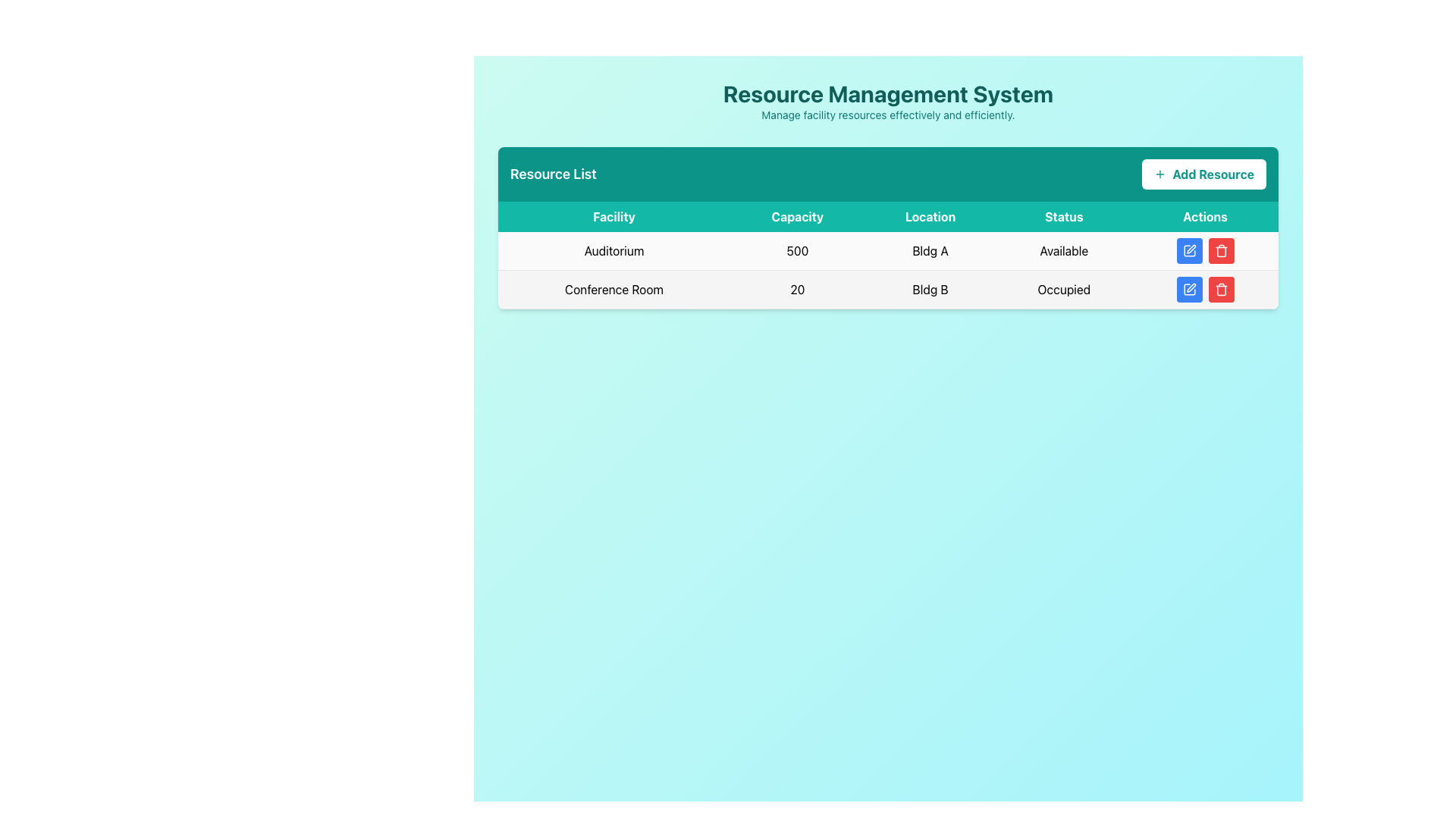 This screenshot has width=1456, height=819. What do you see at coordinates (1188, 250) in the screenshot?
I see `the blue 'Edit' button with a pencil icon located in the 'Actions' column of the second row of the resource management table to trigger its hover effects` at bounding box center [1188, 250].